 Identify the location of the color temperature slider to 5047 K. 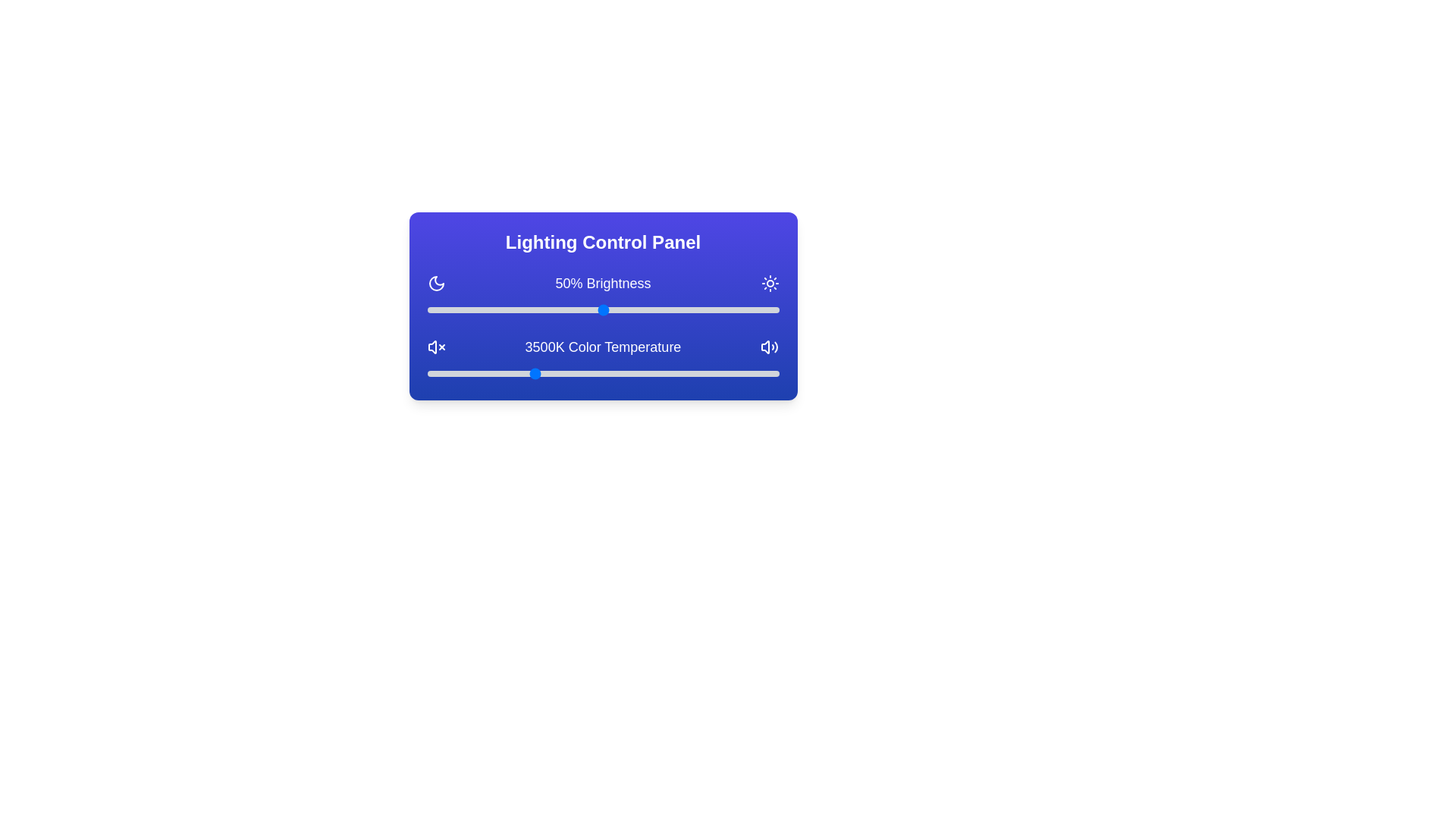
(642, 374).